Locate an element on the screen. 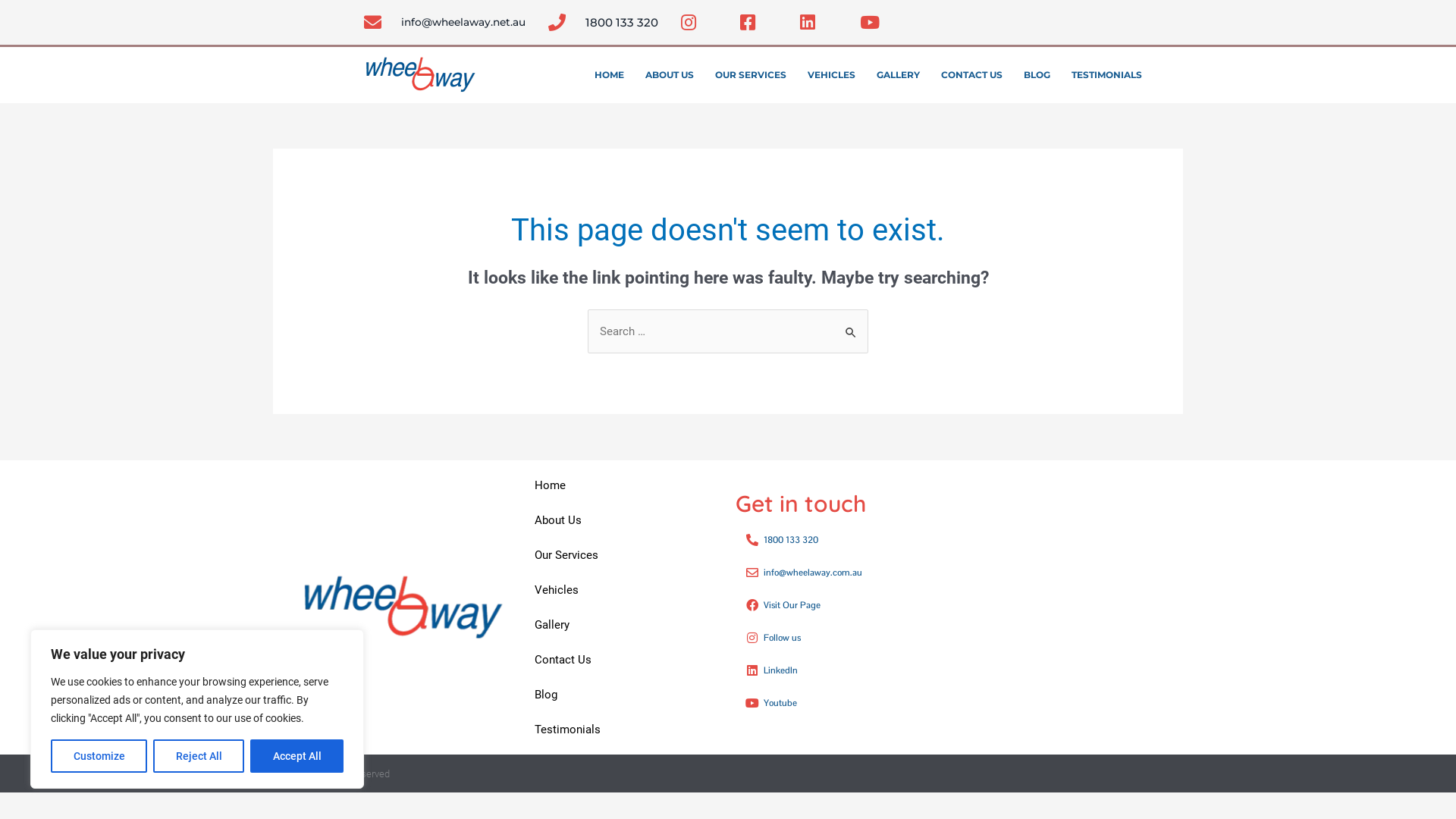  'Blog' is located at coordinates (620, 694).